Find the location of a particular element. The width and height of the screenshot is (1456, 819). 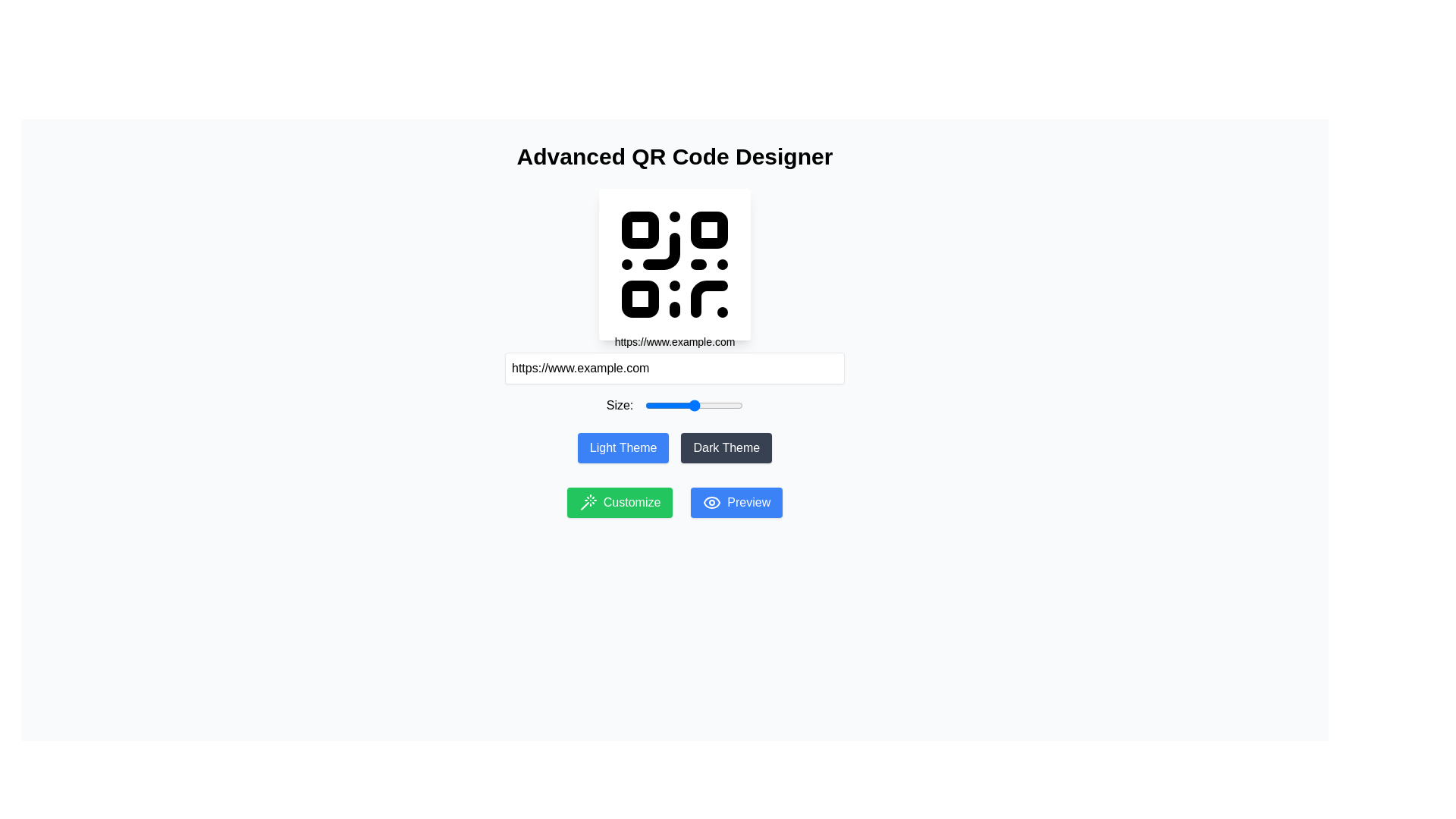

the size is located at coordinates (725, 405).